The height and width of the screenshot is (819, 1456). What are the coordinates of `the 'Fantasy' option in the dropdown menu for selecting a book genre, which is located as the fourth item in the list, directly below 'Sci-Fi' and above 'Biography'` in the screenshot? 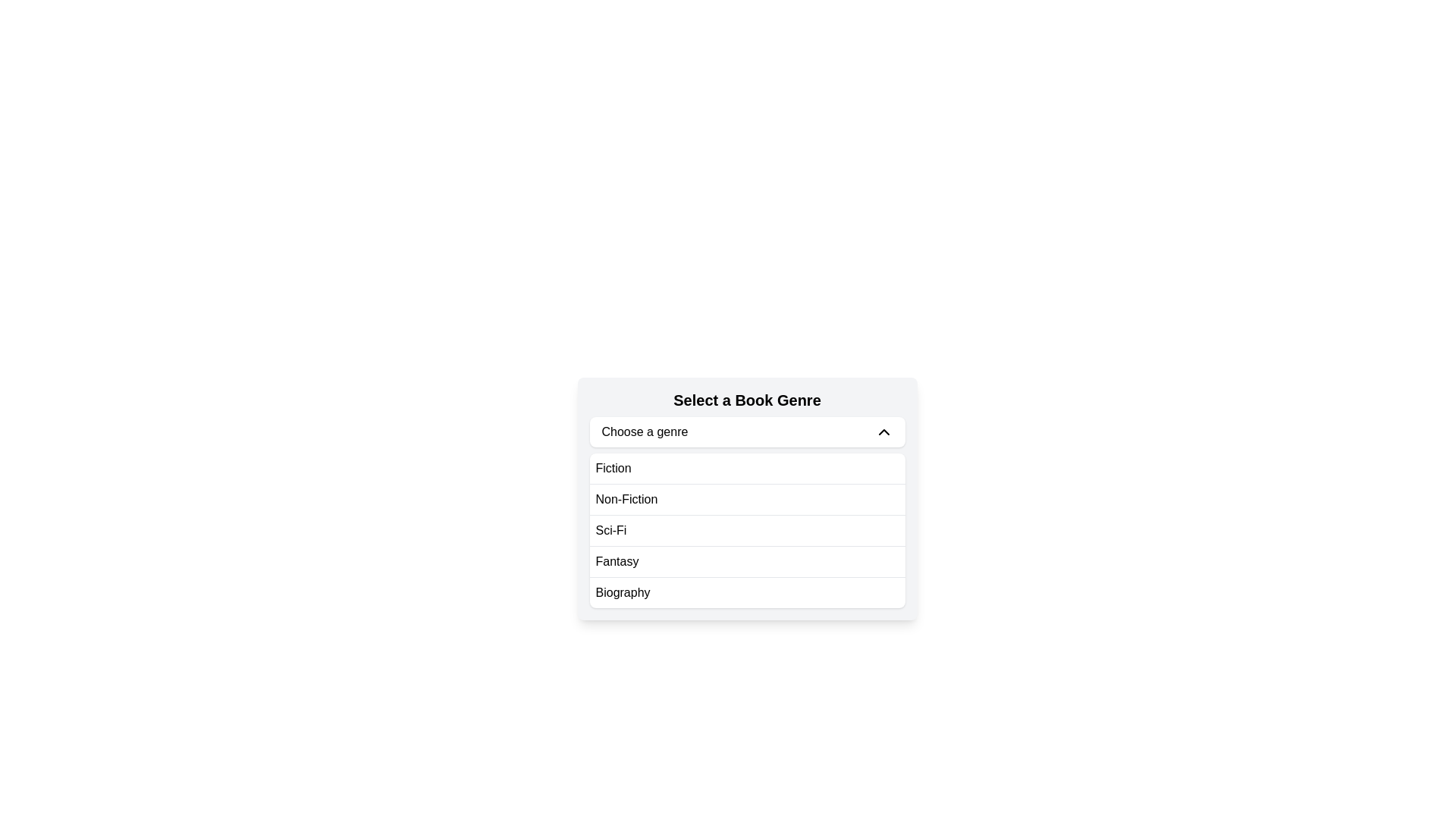 It's located at (617, 561).